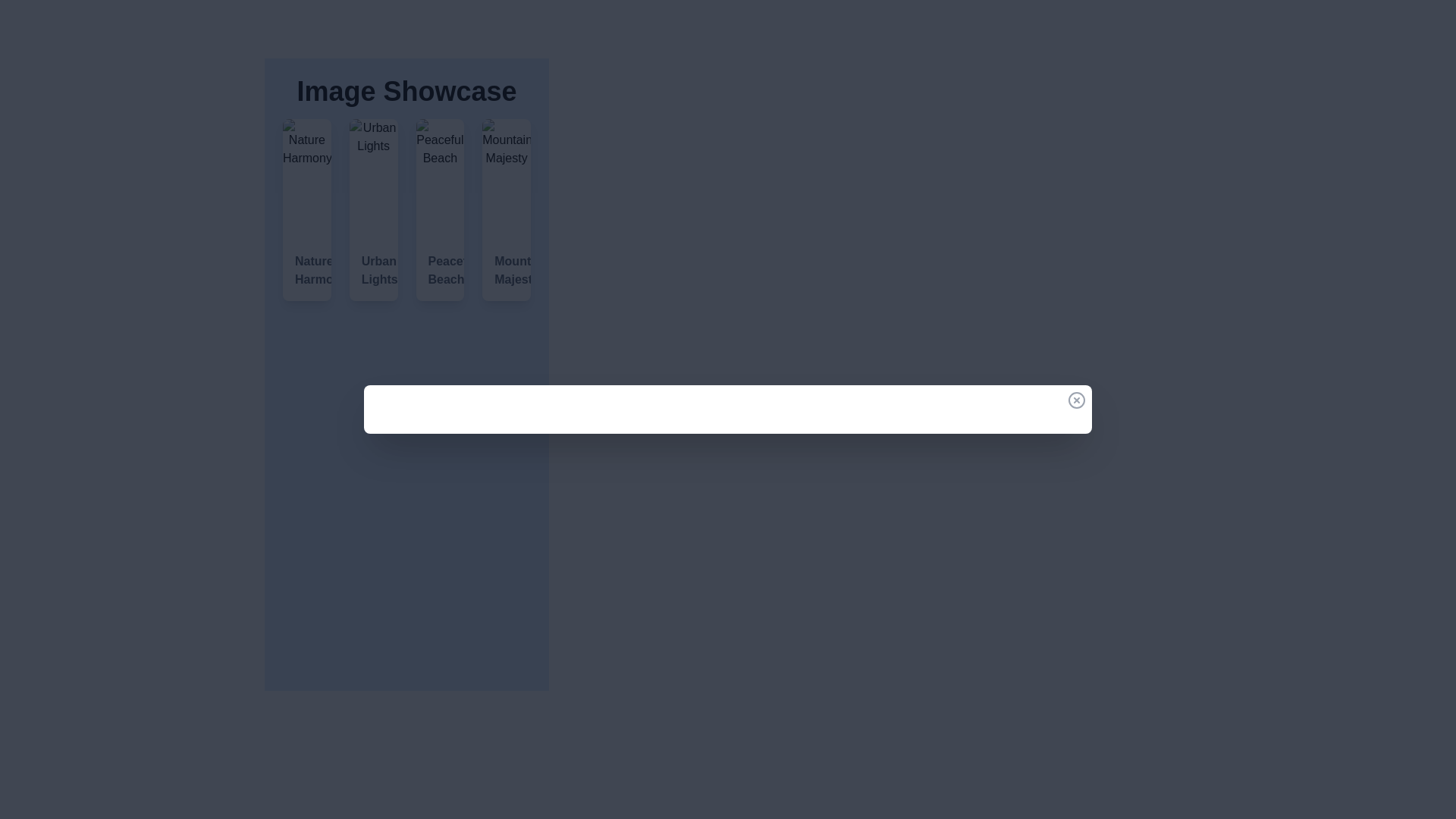 This screenshot has height=819, width=1456. What do you see at coordinates (306, 270) in the screenshot?
I see `the 'Nature Harmony' text label` at bounding box center [306, 270].